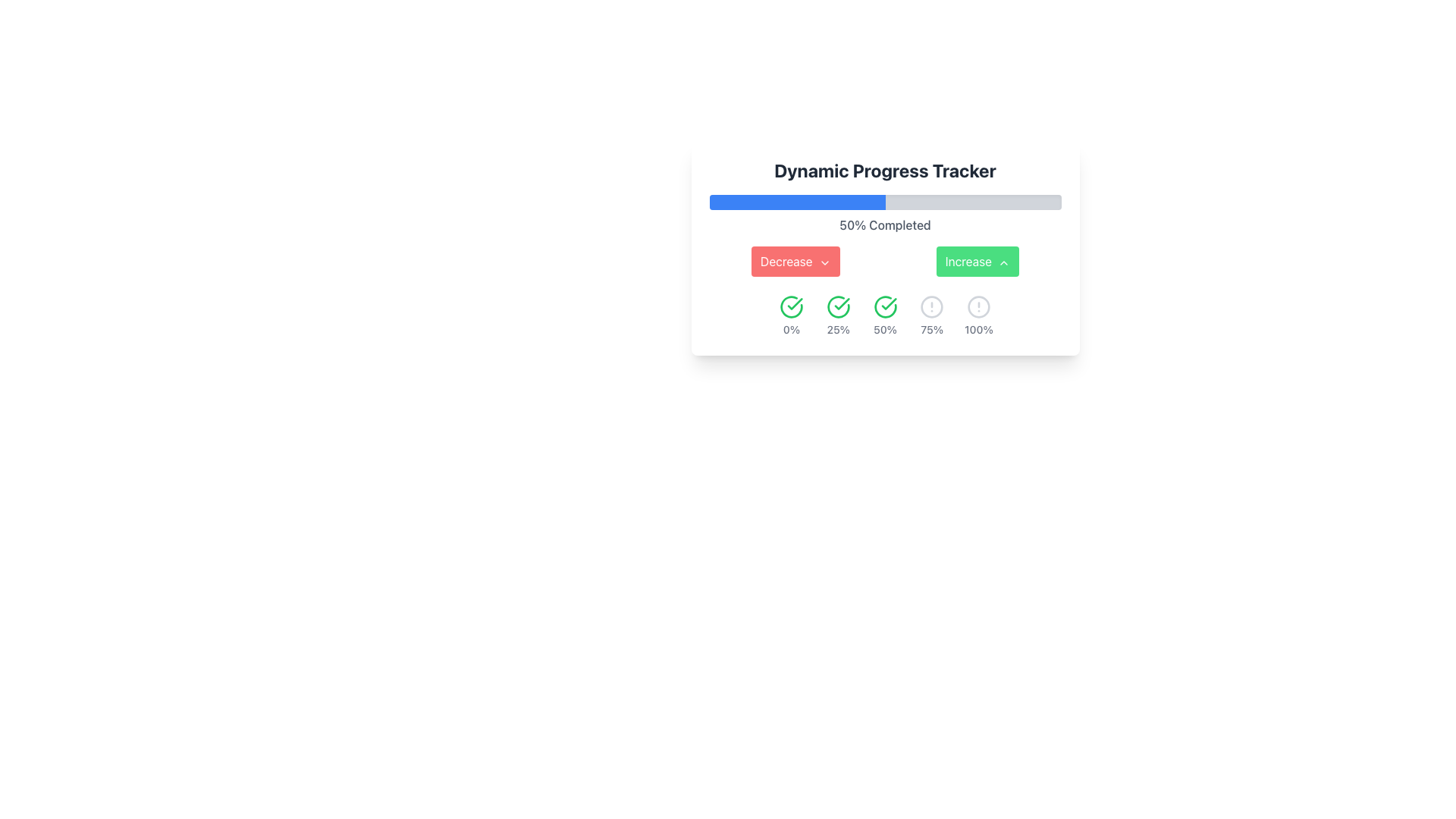 The height and width of the screenshot is (819, 1456). I want to click on the 75% progress step element, which features a warning icon and descriptive text, so click(931, 315).